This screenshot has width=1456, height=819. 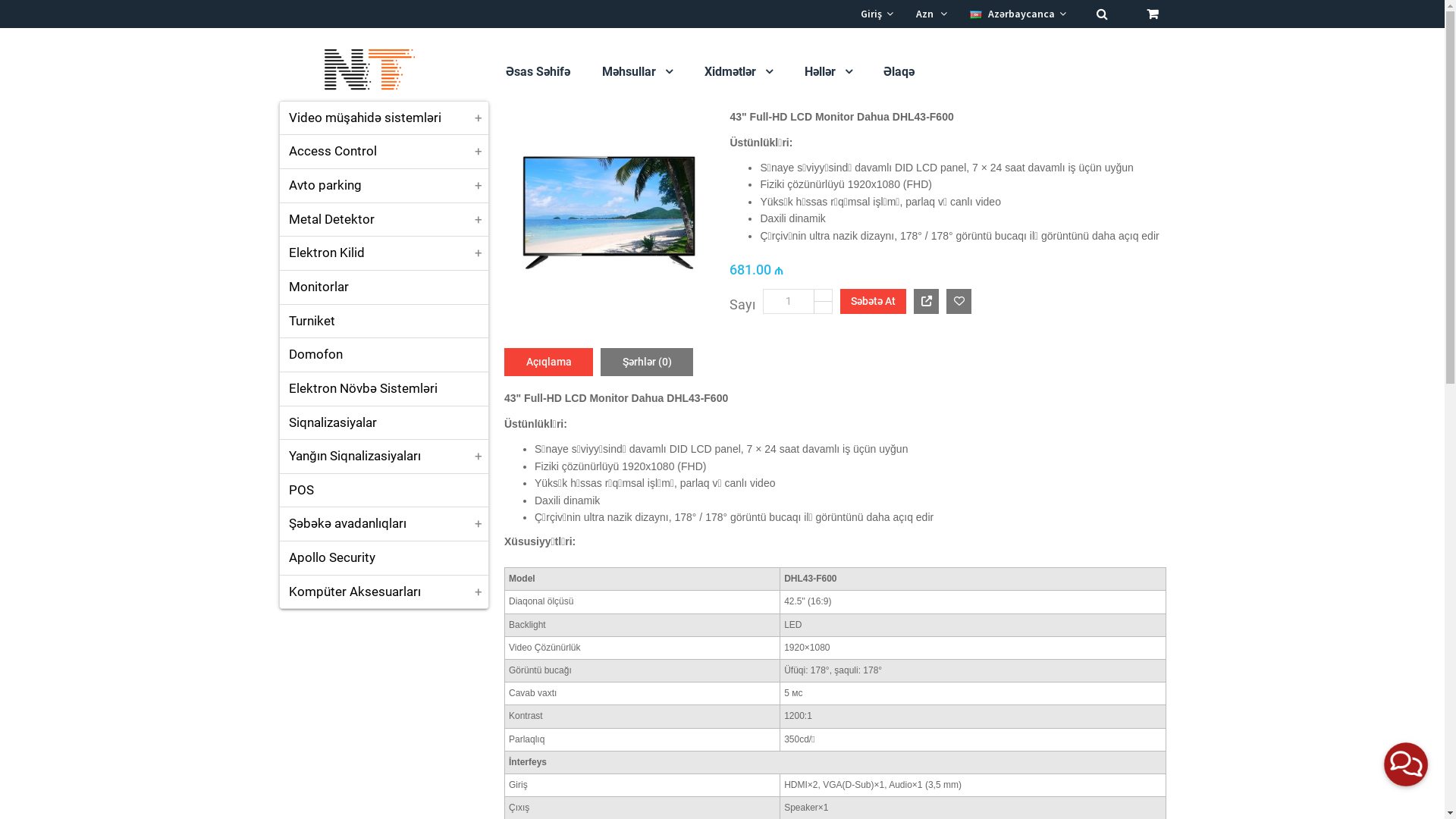 I want to click on 'Elektron Kilid, so click(x=383, y=253).